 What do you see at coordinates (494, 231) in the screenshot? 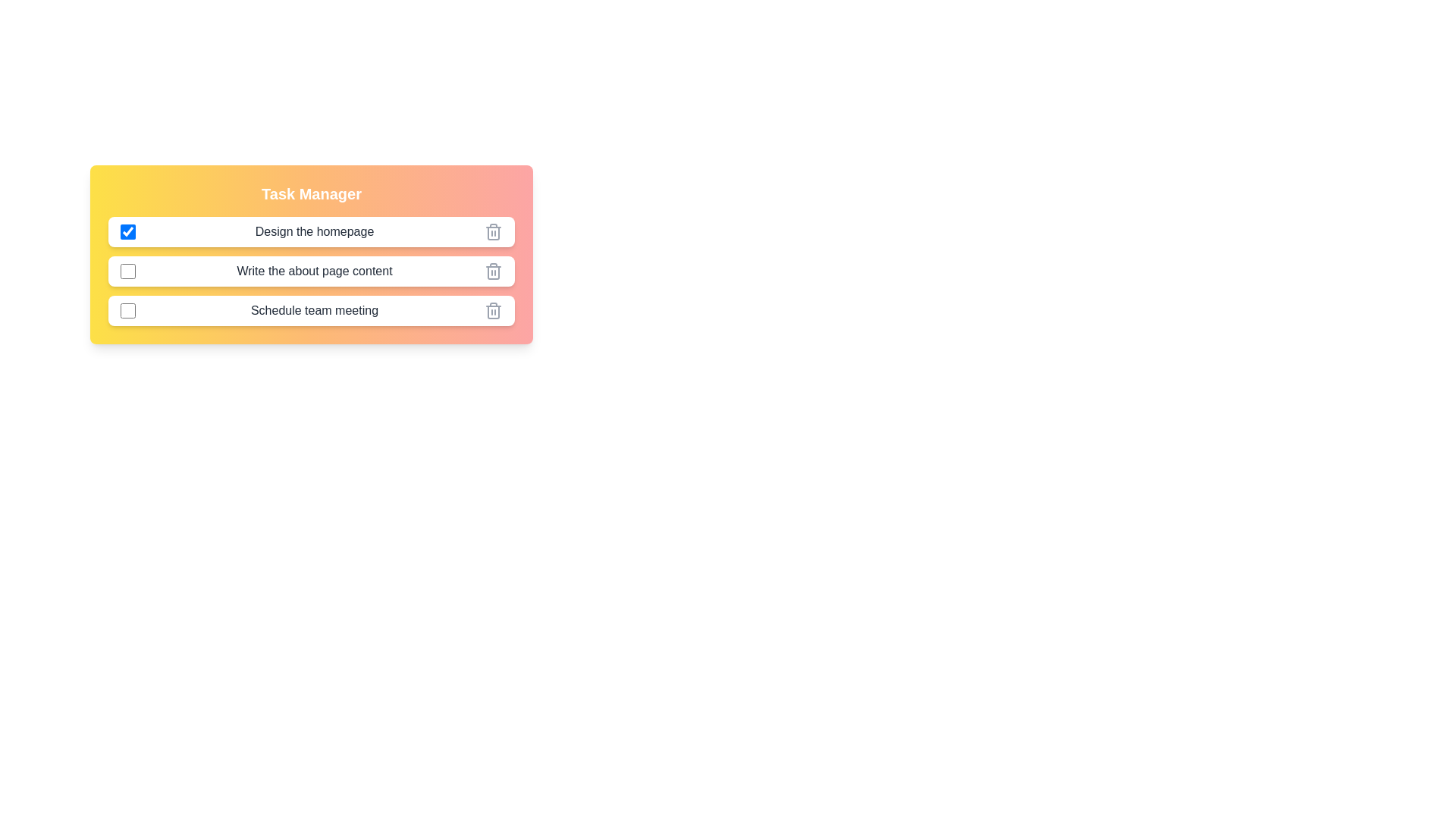
I see `the delete icon for the task titled 'Design the homepage'` at bounding box center [494, 231].